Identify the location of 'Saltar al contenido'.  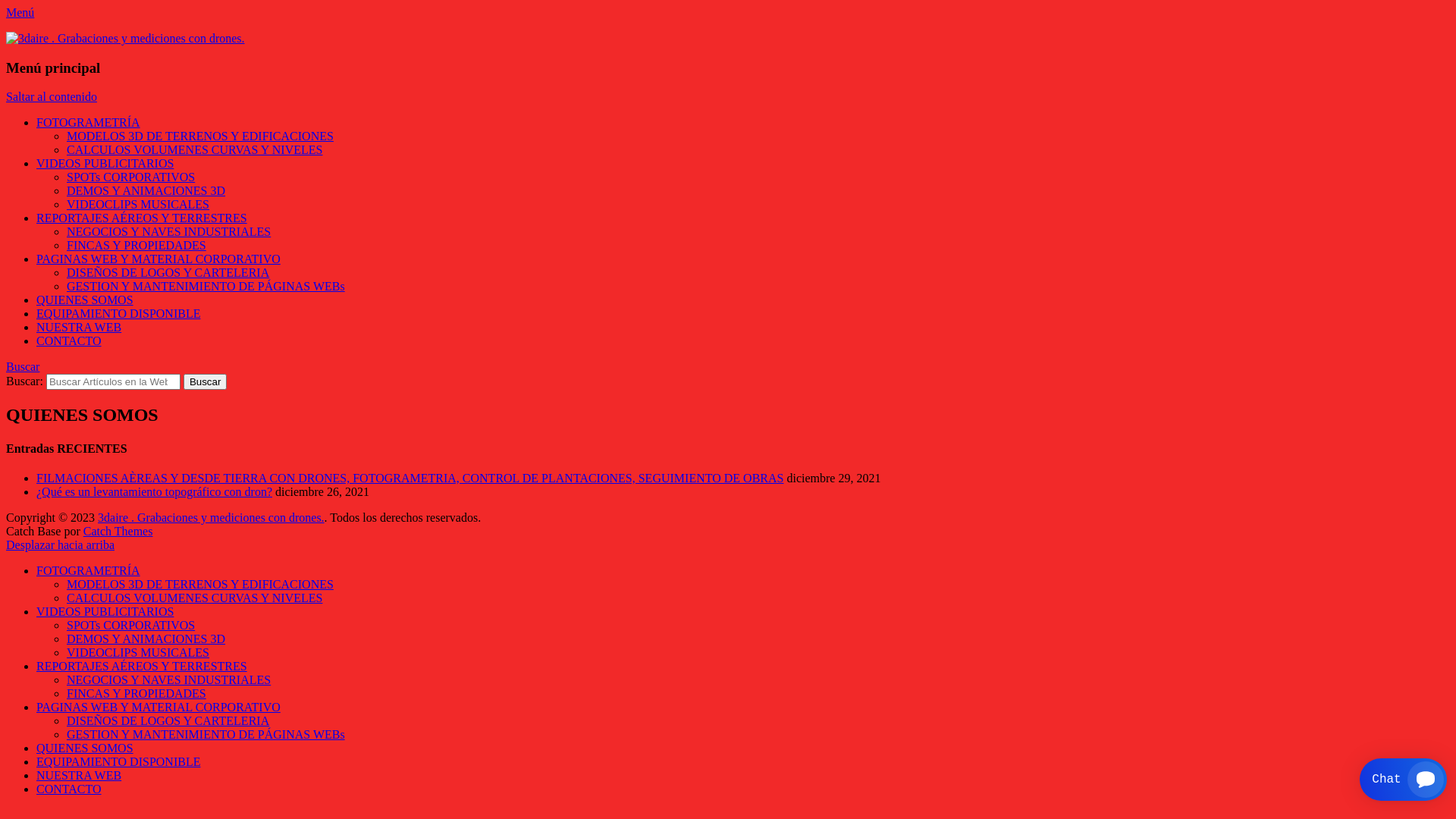
(51, 96).